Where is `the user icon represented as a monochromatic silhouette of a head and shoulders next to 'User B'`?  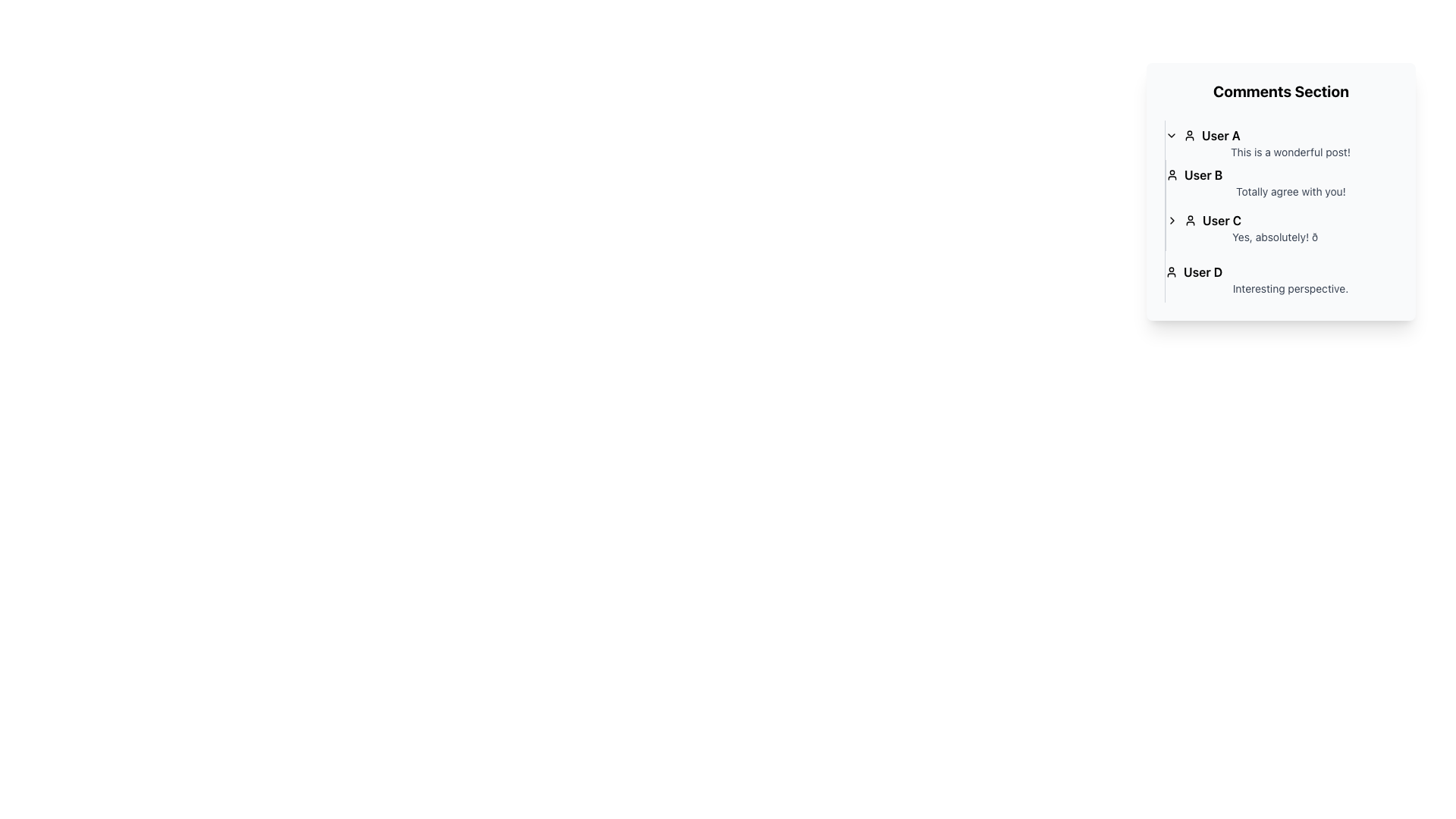 the user icon represented as a monochromatic silhouette of a head and shoulders next to 'User B' is located at coordinates (1171, 174).